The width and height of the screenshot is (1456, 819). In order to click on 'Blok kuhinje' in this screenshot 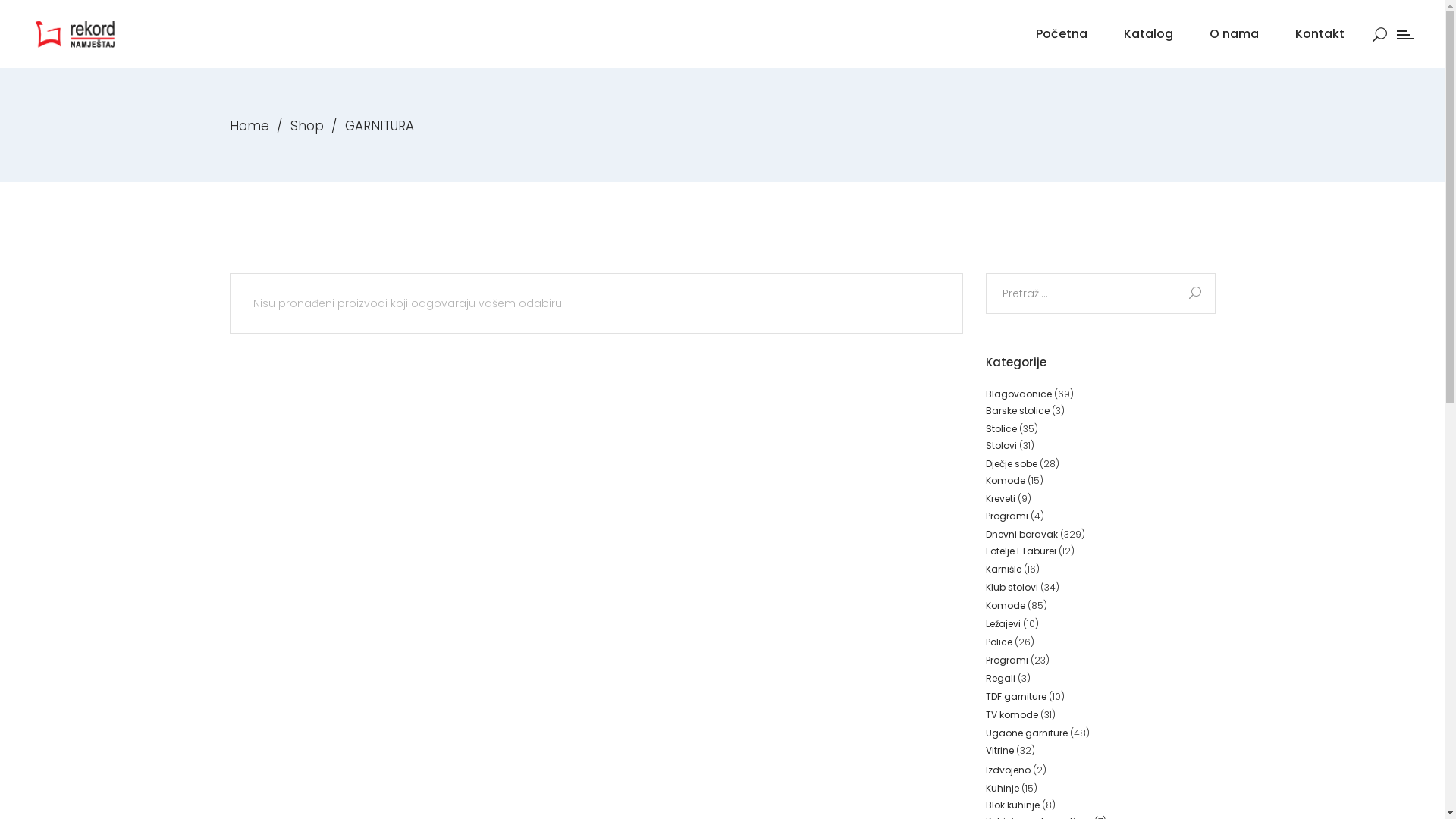, I will do `click(1012, 804)`.